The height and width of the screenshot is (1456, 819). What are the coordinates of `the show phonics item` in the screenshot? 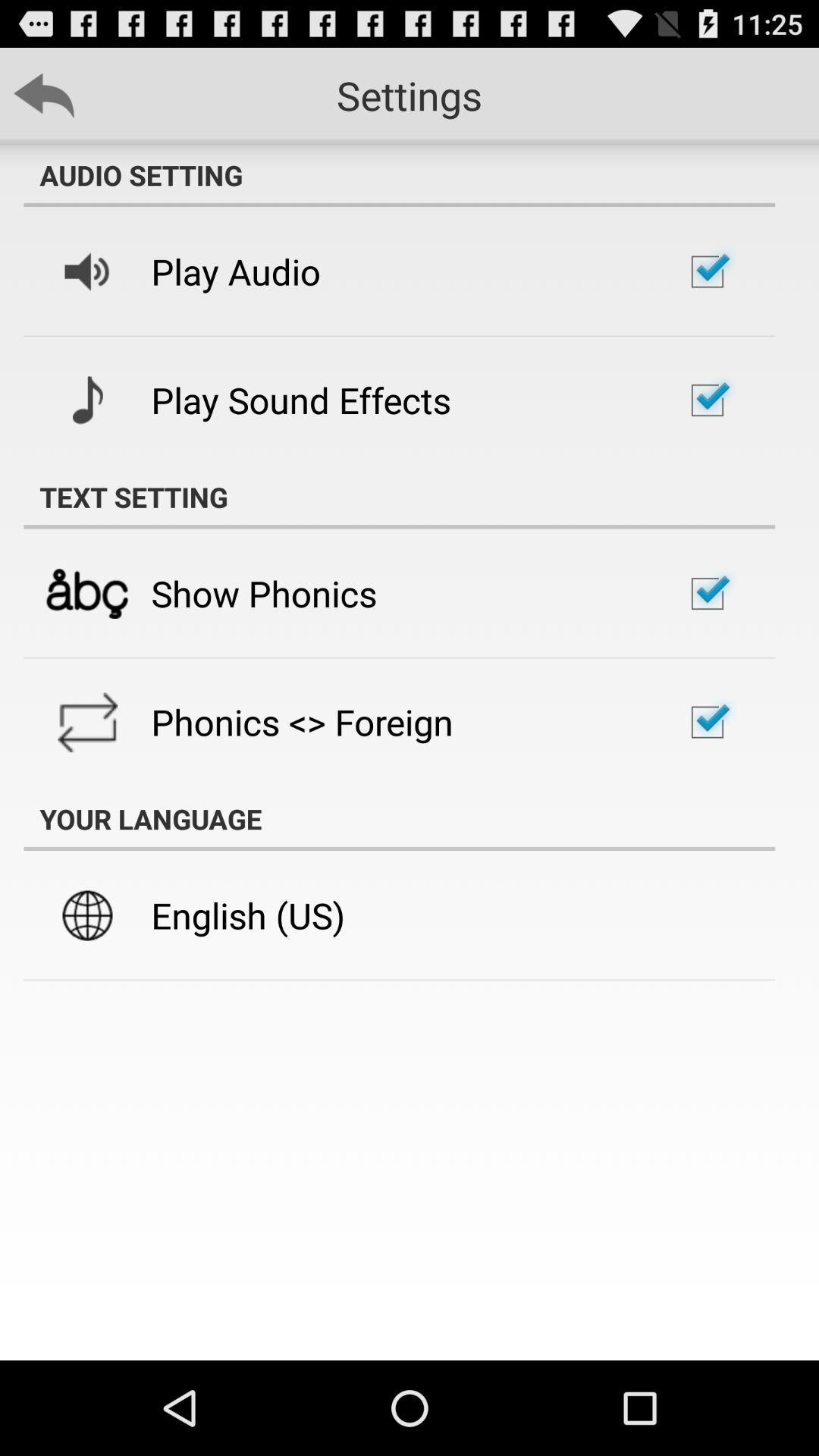 It's located at (263, 592).